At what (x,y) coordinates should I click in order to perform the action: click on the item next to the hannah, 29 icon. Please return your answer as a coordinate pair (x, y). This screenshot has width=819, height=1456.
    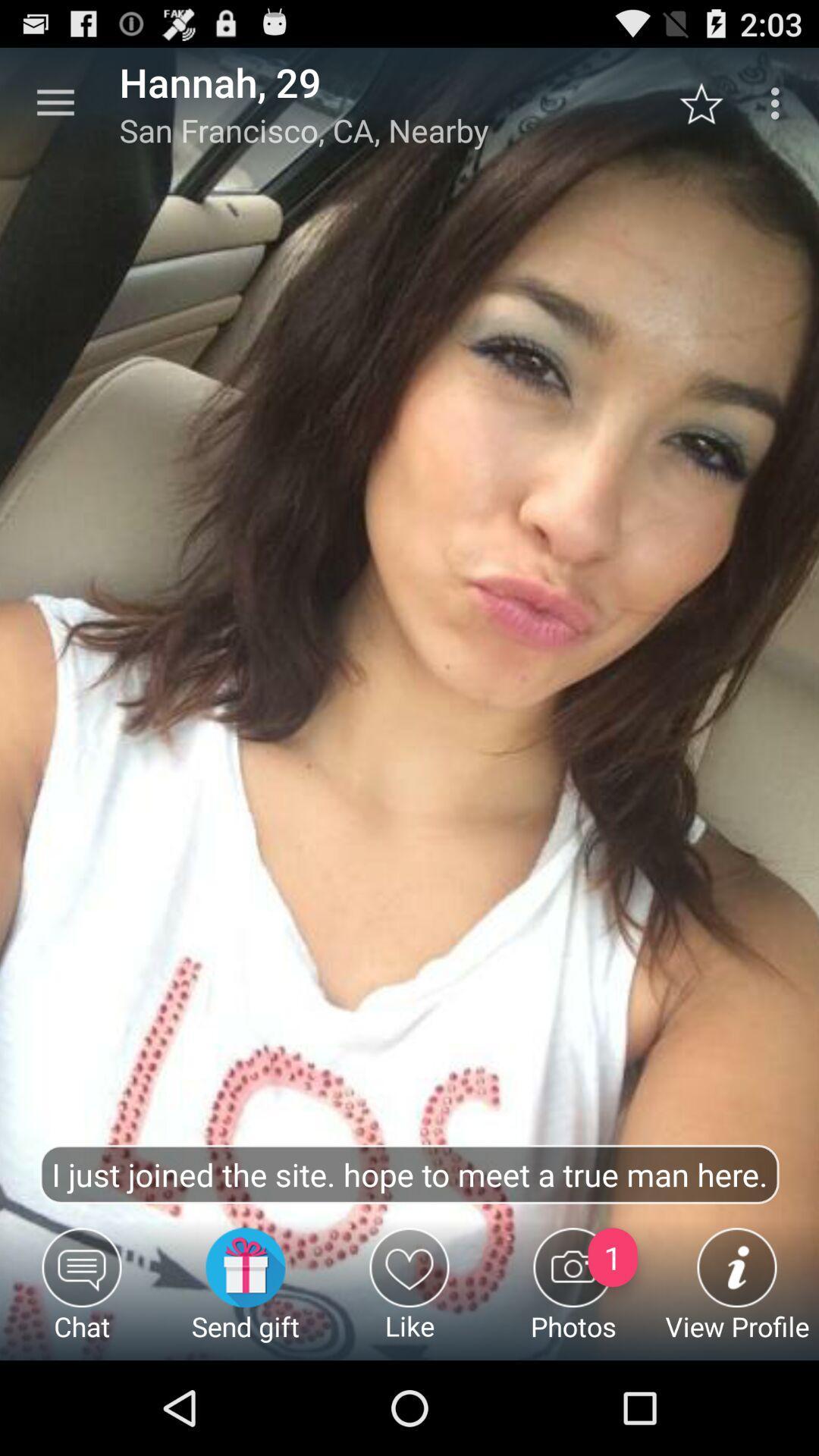
    Looking at the image, I should click on (55, 102).